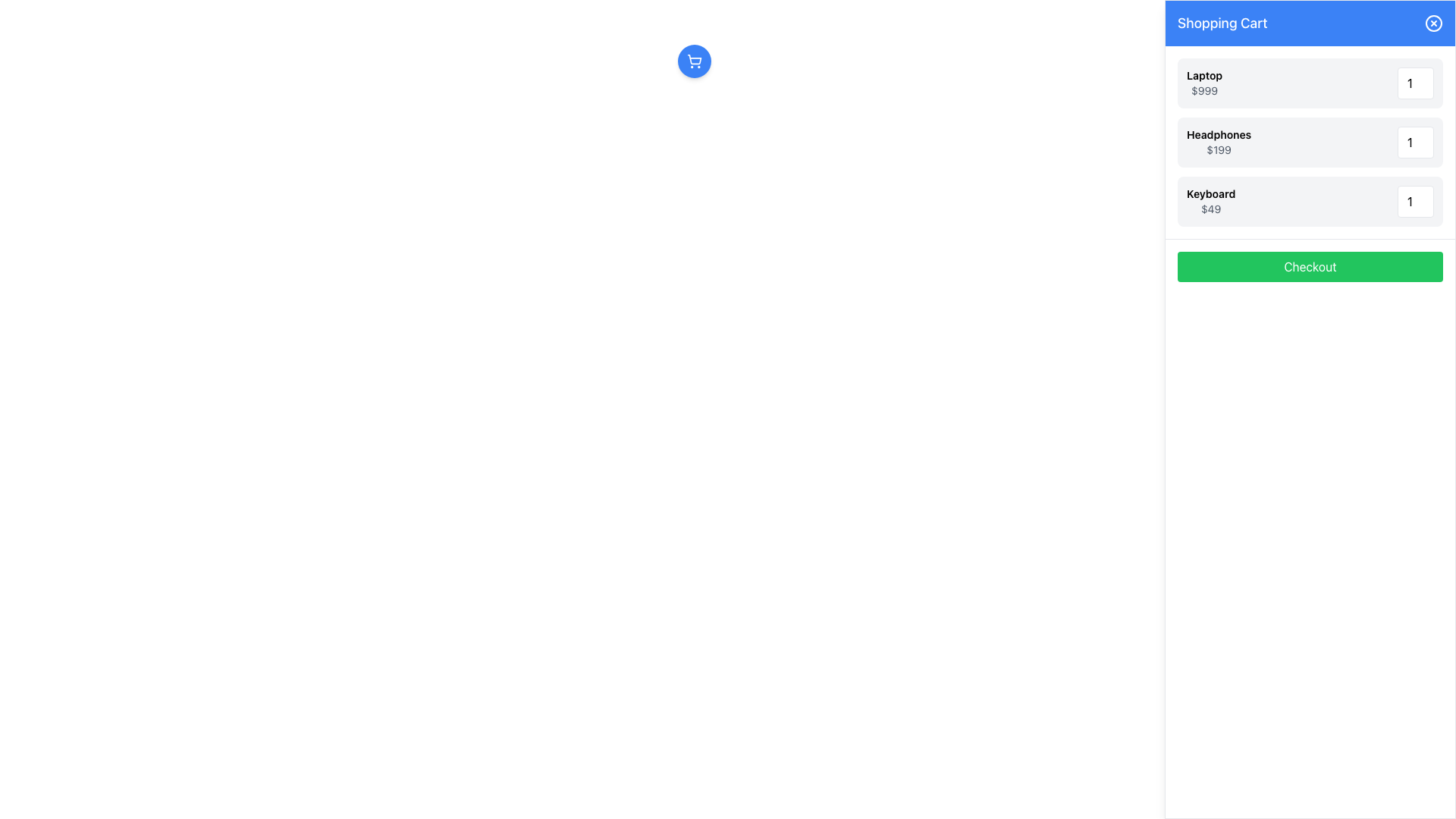  What do you see at coordinates (1433, 23) in the screenshot?
I see `the small circular button with an 'X' icon inside, located at the top-right corner of the Shopping Cart header section` at bounding box center [1433, 23].